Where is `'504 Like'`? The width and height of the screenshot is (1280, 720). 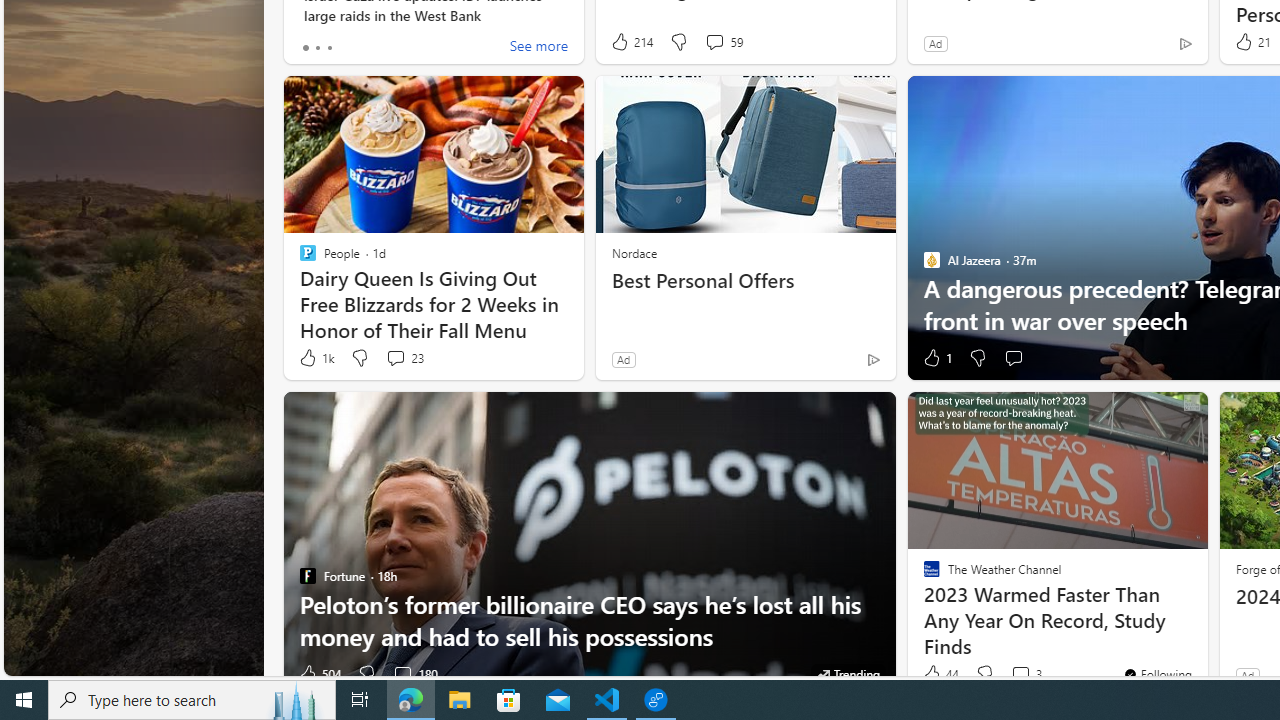 '504 Like' is located at coordinates (318, 674).